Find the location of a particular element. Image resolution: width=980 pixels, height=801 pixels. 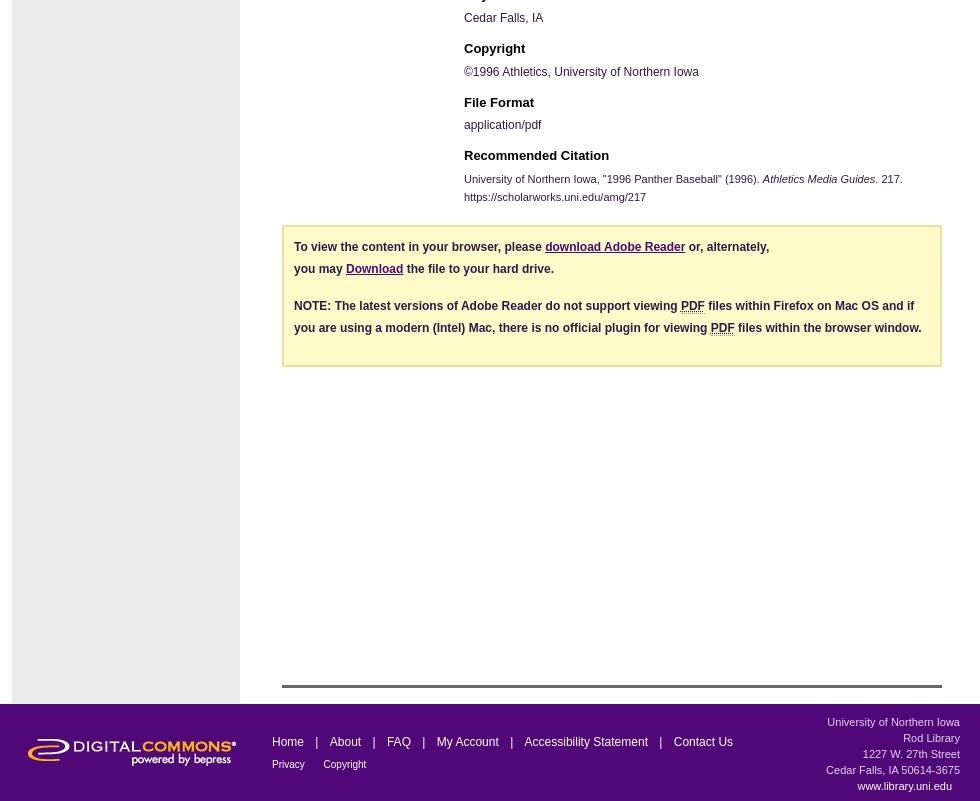

'To view the content in your browser, please' is located at coordinates (419, 245).